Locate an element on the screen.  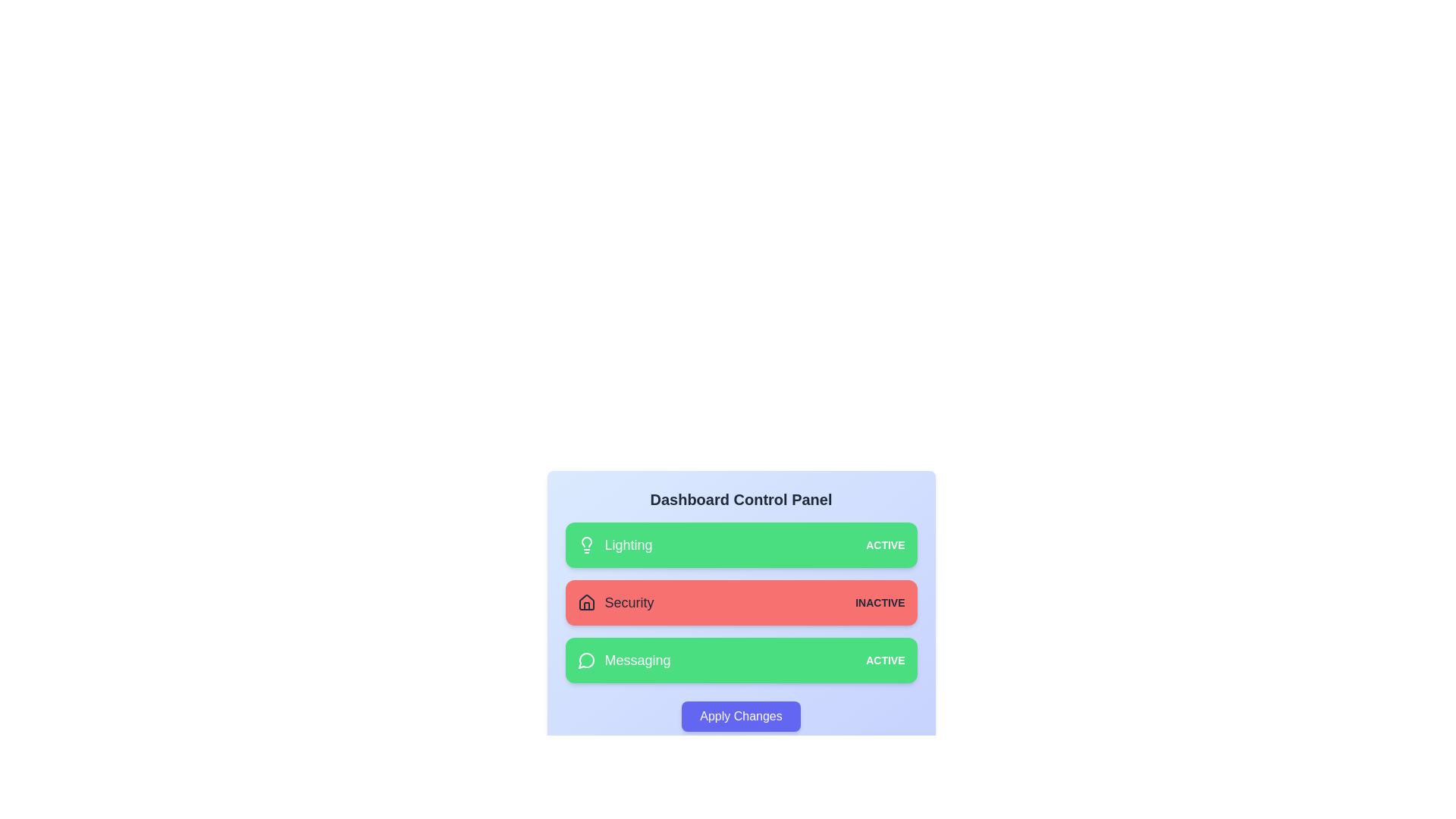
the card corresponding to Messaging to toggle its state is located at coordinates (741, 660).